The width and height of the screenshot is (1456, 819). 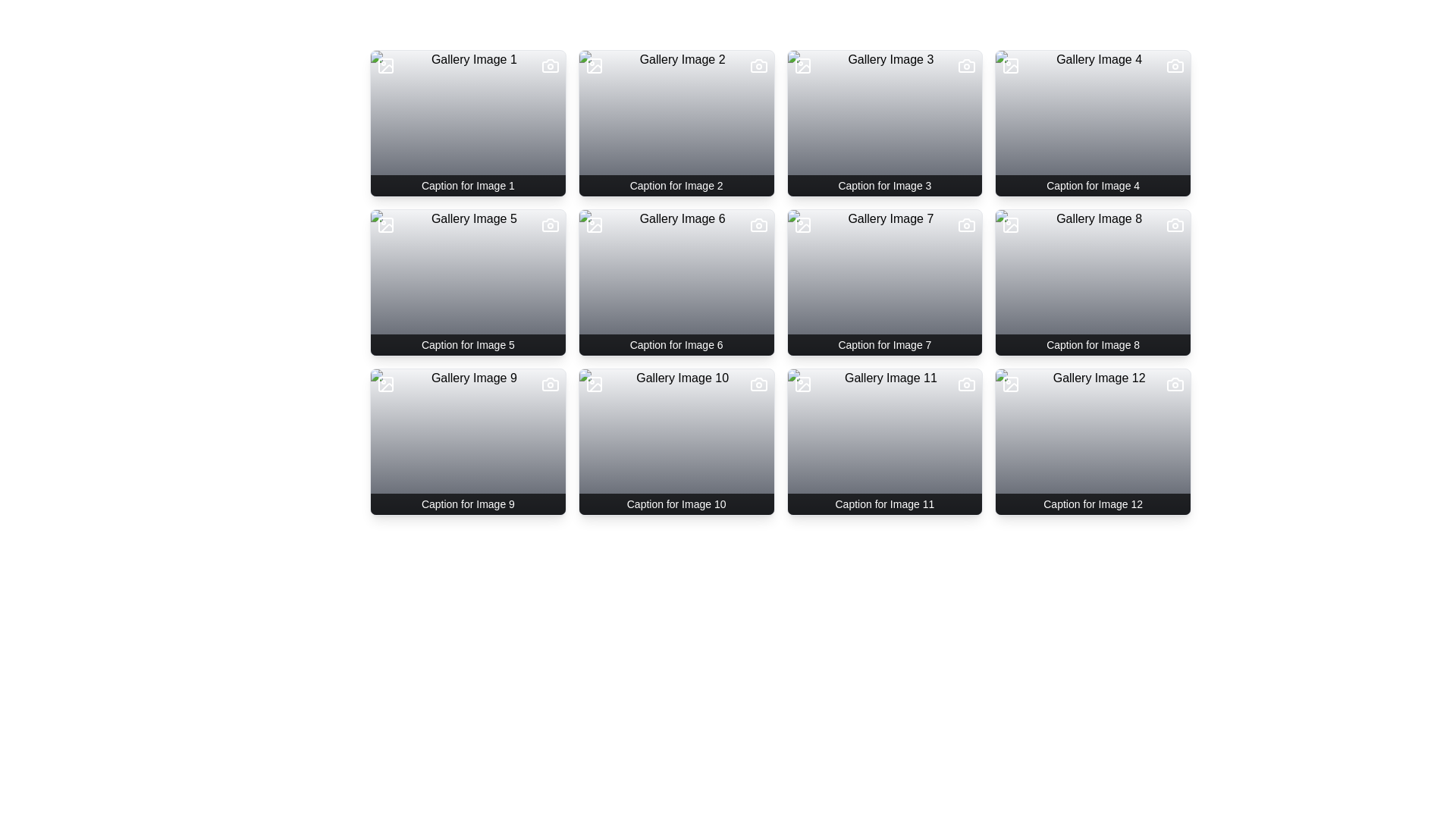 What do you see at coordinates (385, 225) in the screenshot?
I see `the small icon resembling an image outline located` at bounding box center [385, 225].